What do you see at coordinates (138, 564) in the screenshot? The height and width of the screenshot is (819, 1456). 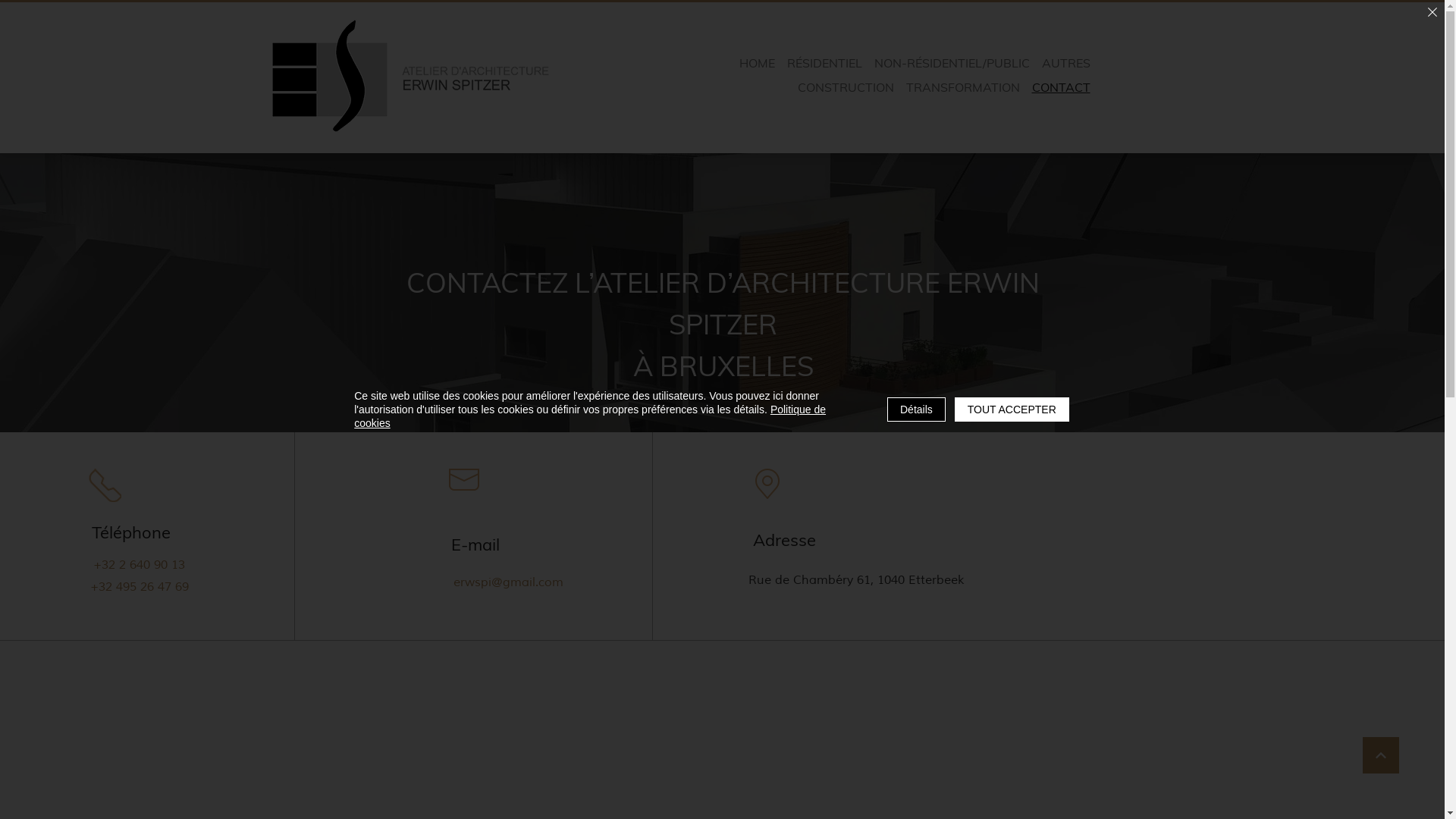 I see `'+32 2 640 90 13'` at bounding box center [138, 564].